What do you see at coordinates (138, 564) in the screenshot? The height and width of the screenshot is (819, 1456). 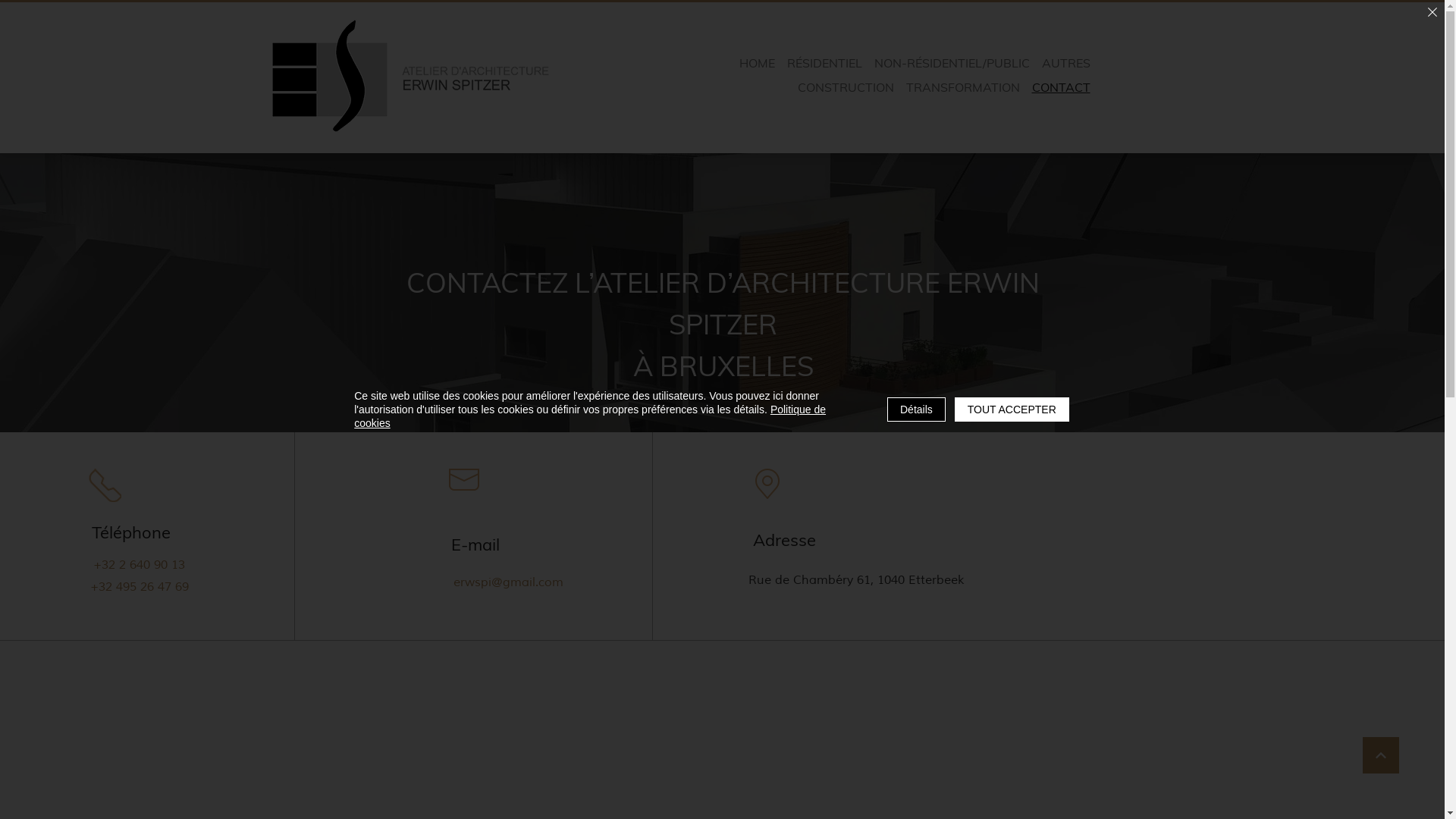 I see `'+32 2 640 90 13'` at bounding box center [138, 564].